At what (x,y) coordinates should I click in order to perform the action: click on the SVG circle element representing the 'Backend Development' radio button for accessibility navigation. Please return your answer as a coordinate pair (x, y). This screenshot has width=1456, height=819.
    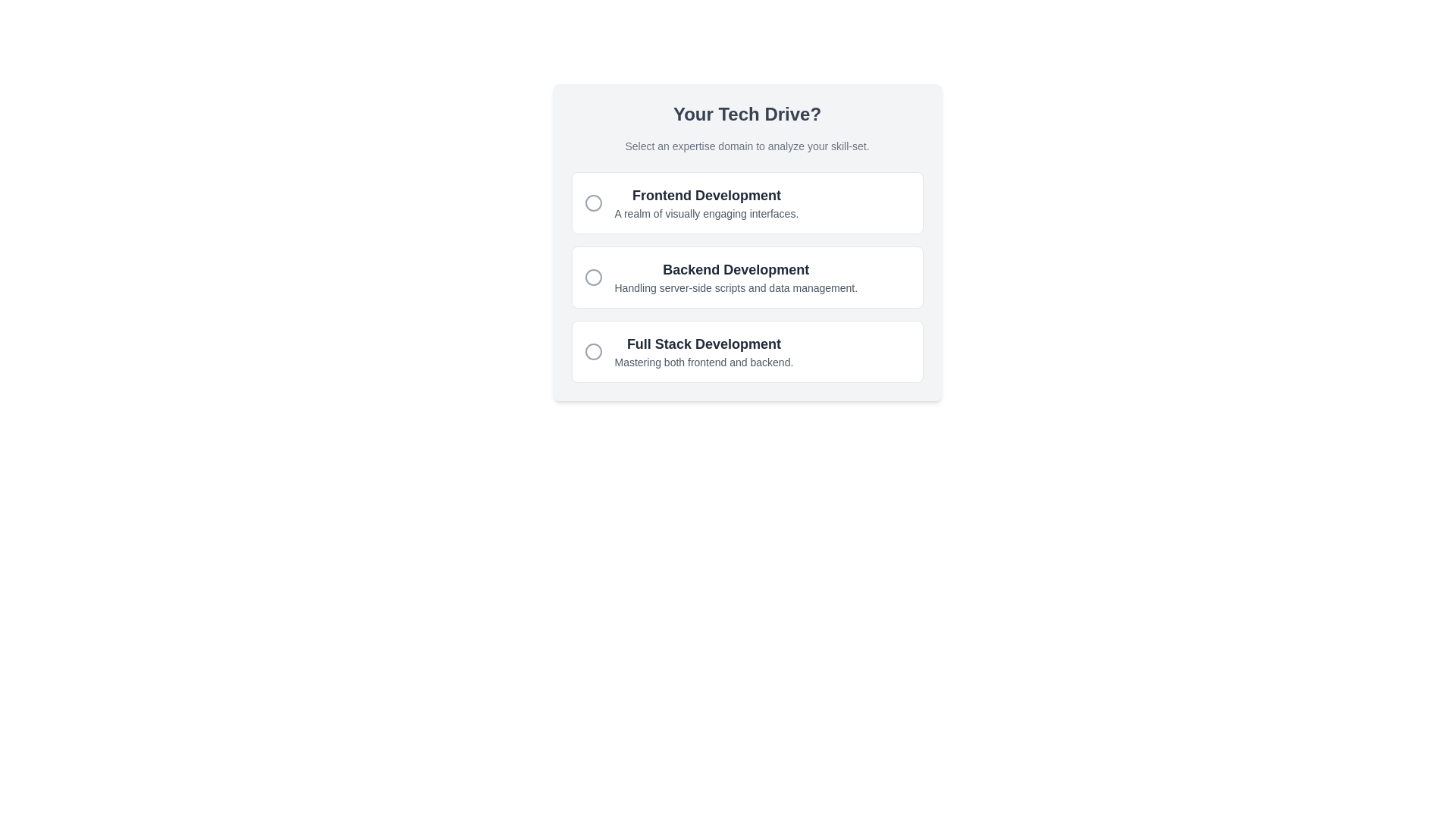
    Looking at the image, I should click on (592, 278).